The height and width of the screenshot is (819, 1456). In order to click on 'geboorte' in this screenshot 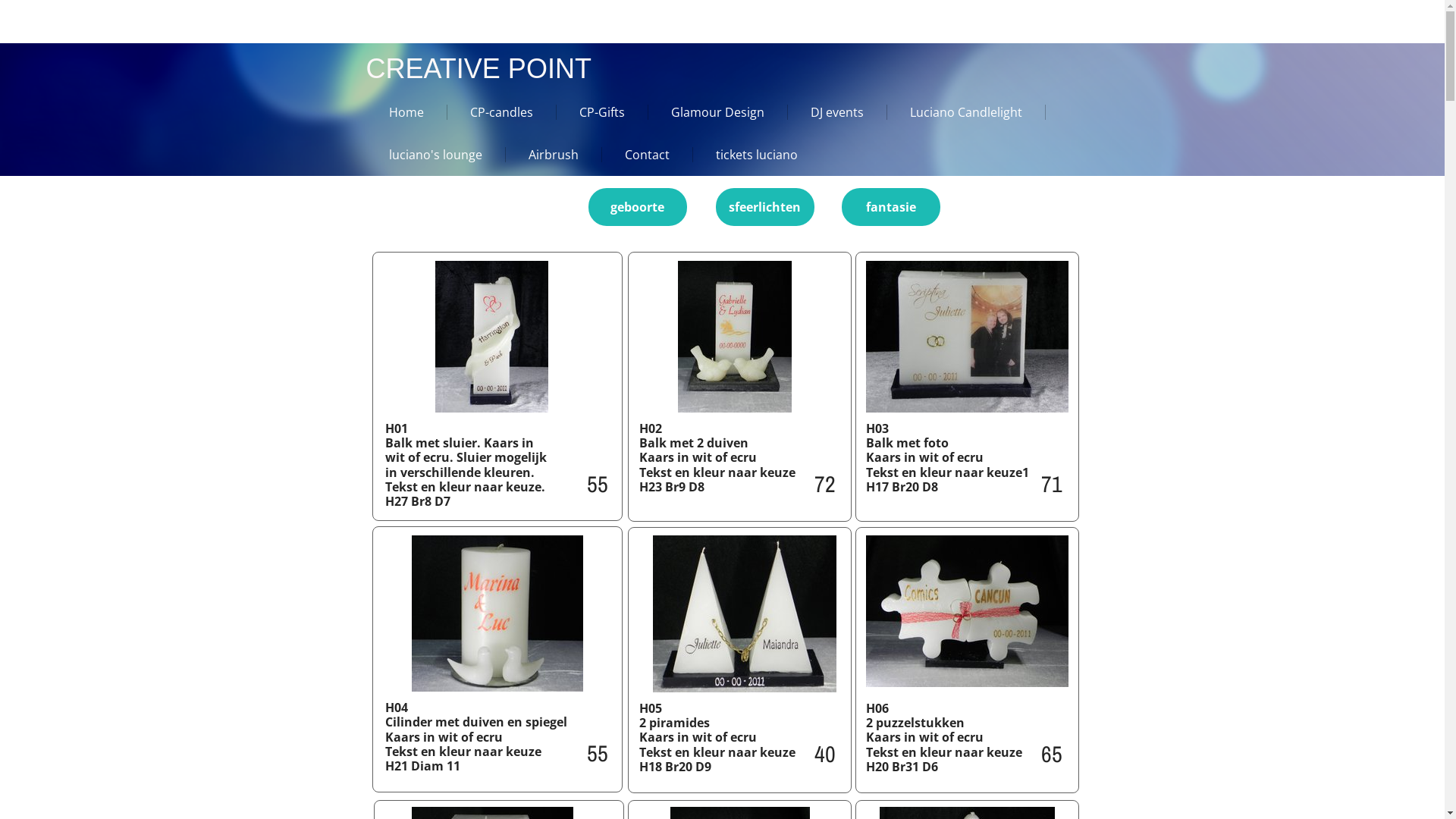, I will do `click(637, 207)`.